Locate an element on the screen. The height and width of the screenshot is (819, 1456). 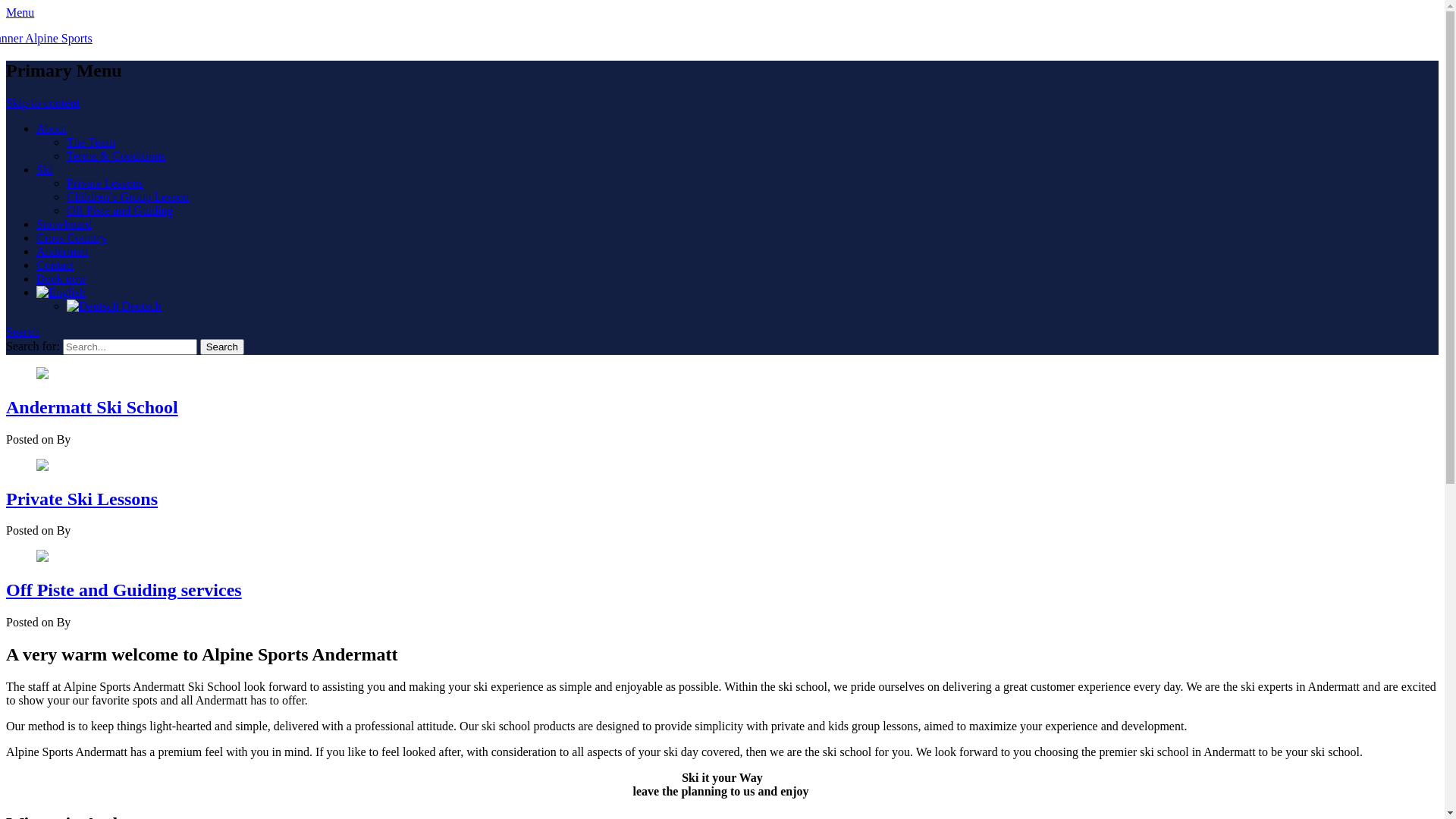
'The Team' is located at coordinates (90, 142).